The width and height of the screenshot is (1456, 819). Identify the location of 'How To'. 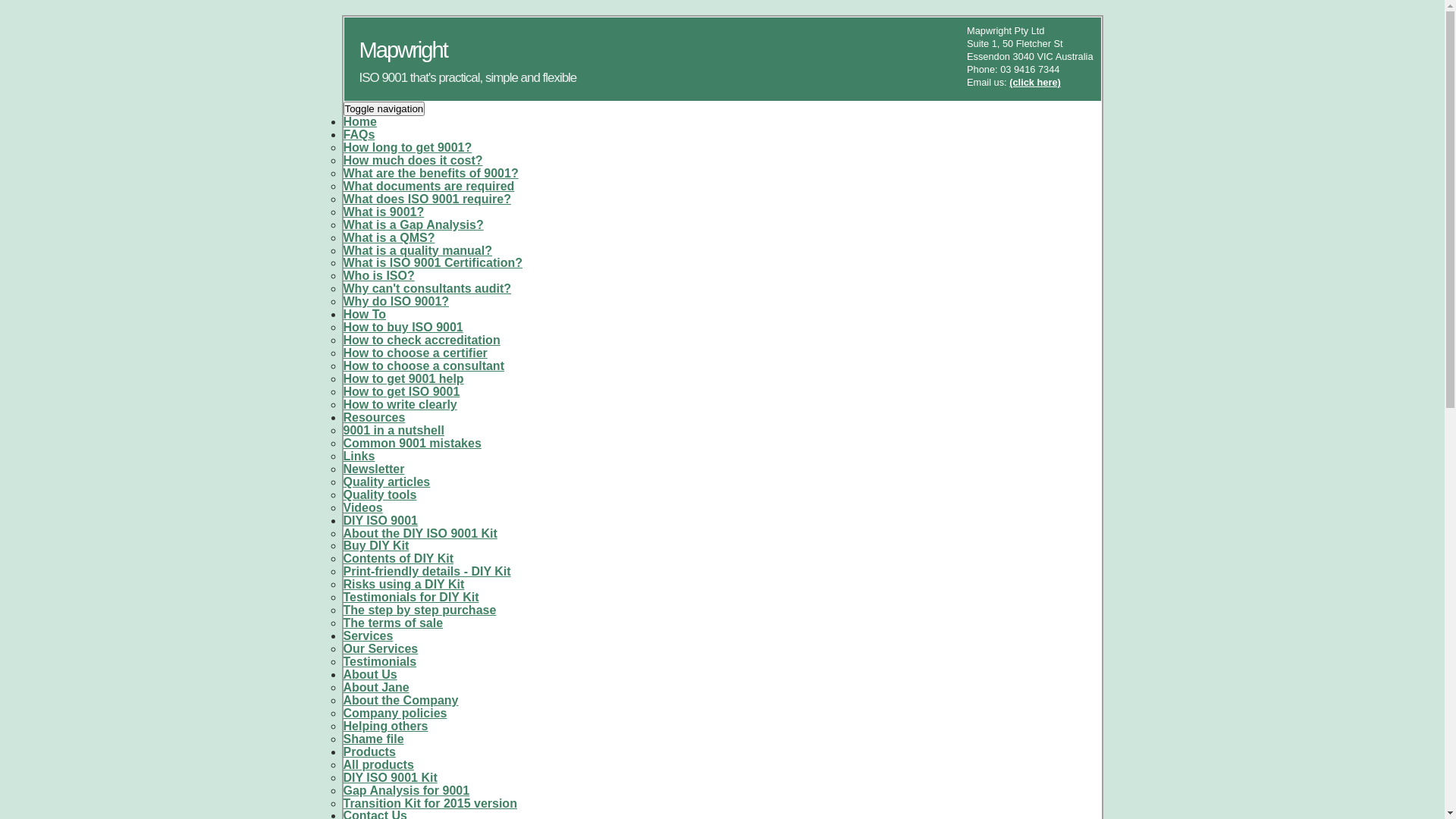
(364, 313).